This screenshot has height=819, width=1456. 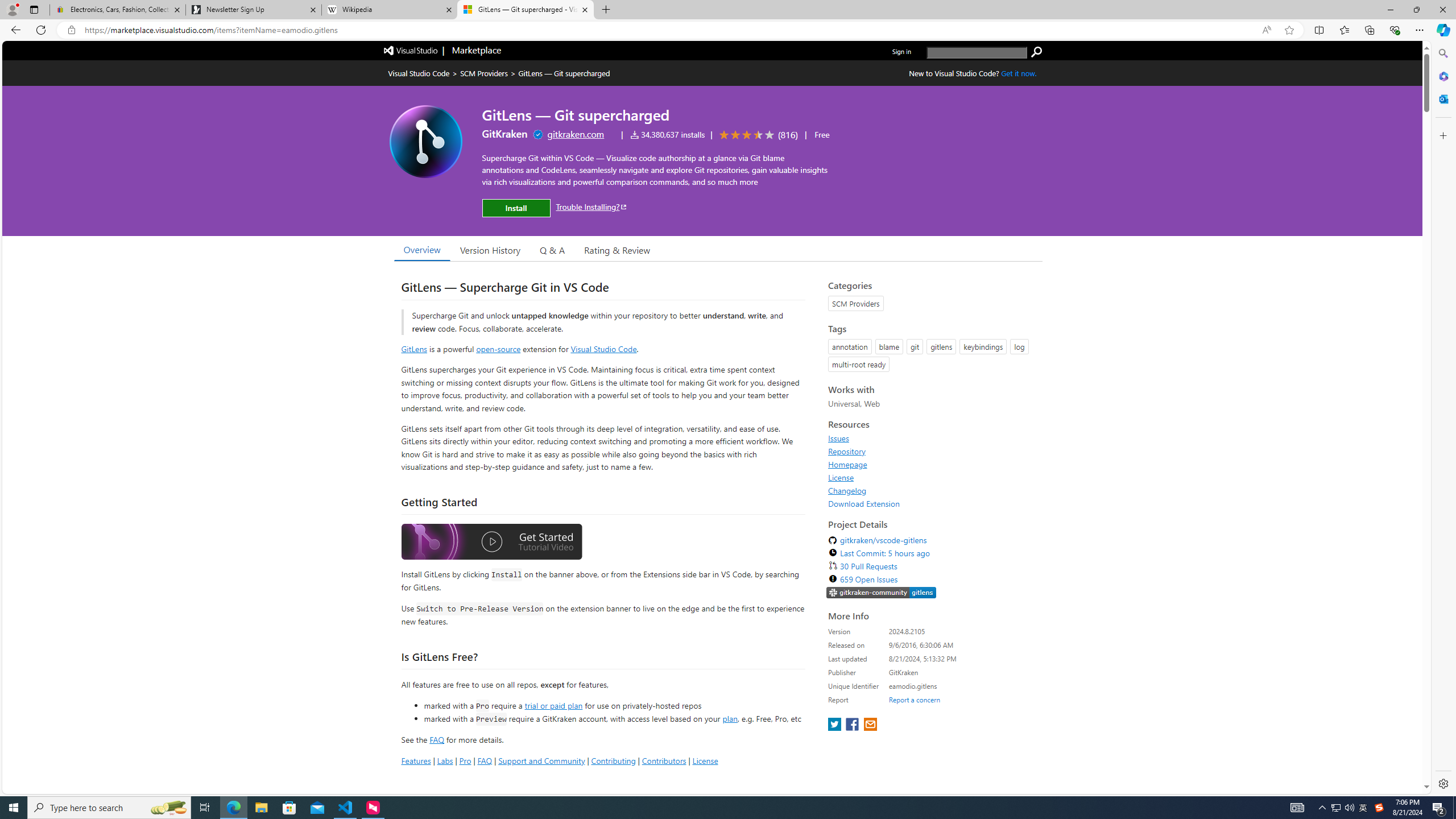 What do you see at coordinates (881, 592) in the screenshot?
I see `'https://slack.gitkraken.com//'` at bounding box center [881, 592].